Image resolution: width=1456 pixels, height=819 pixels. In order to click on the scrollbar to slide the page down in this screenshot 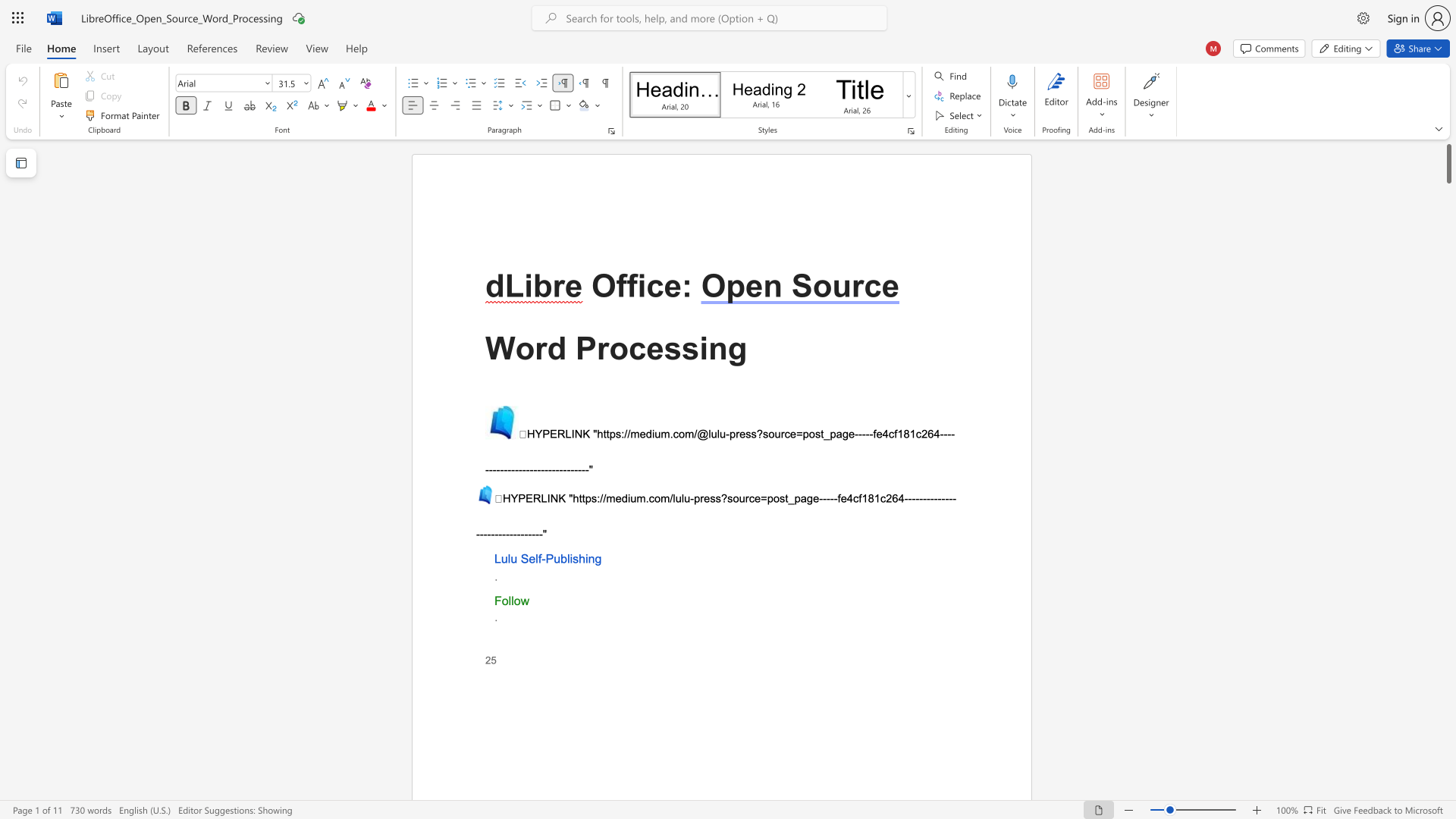, I will do `click(1448, 690)`.